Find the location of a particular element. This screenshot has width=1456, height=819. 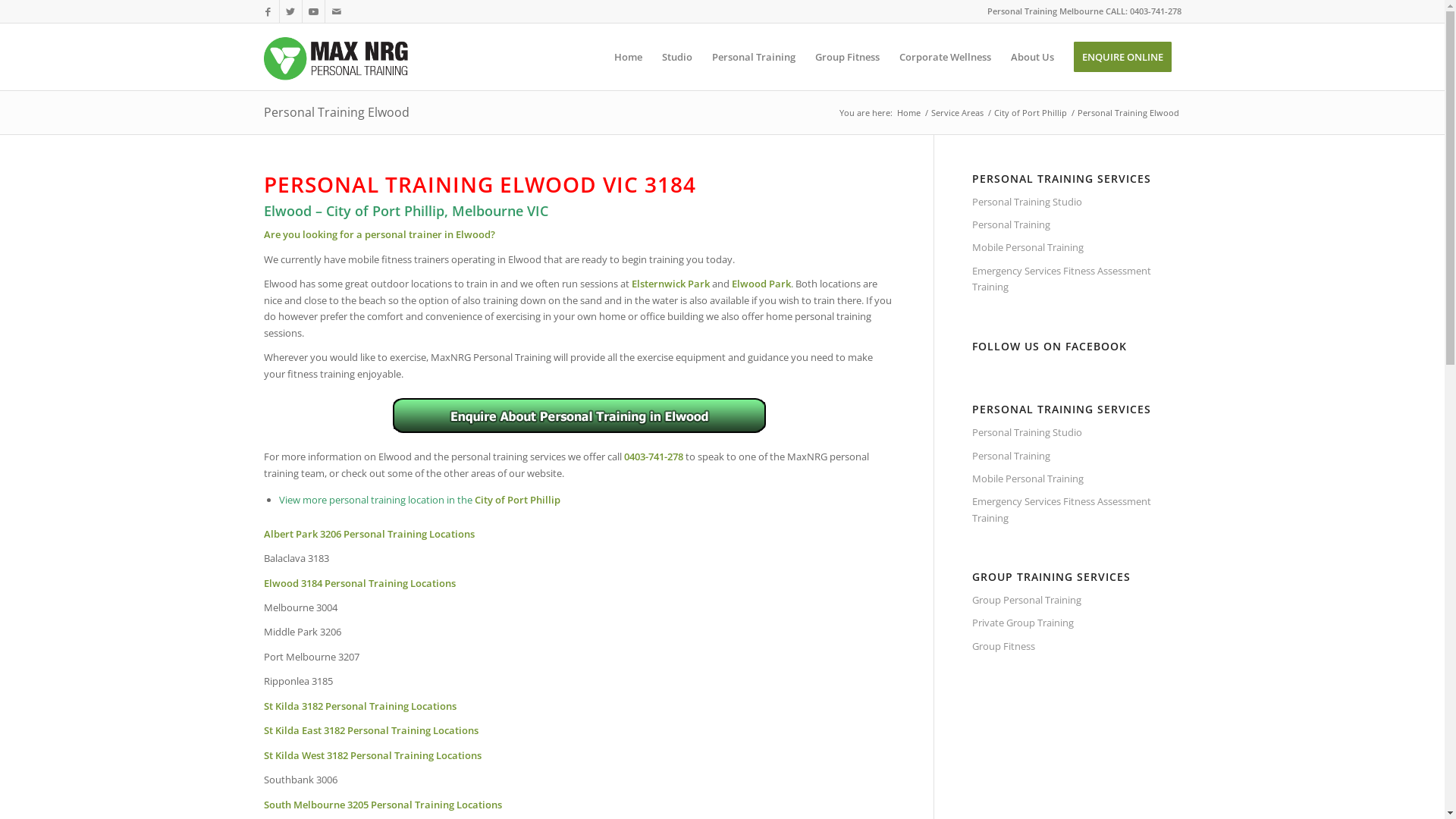

'St Kilda 3182 Personal Training Locations' is located at coordinates (359, 705).